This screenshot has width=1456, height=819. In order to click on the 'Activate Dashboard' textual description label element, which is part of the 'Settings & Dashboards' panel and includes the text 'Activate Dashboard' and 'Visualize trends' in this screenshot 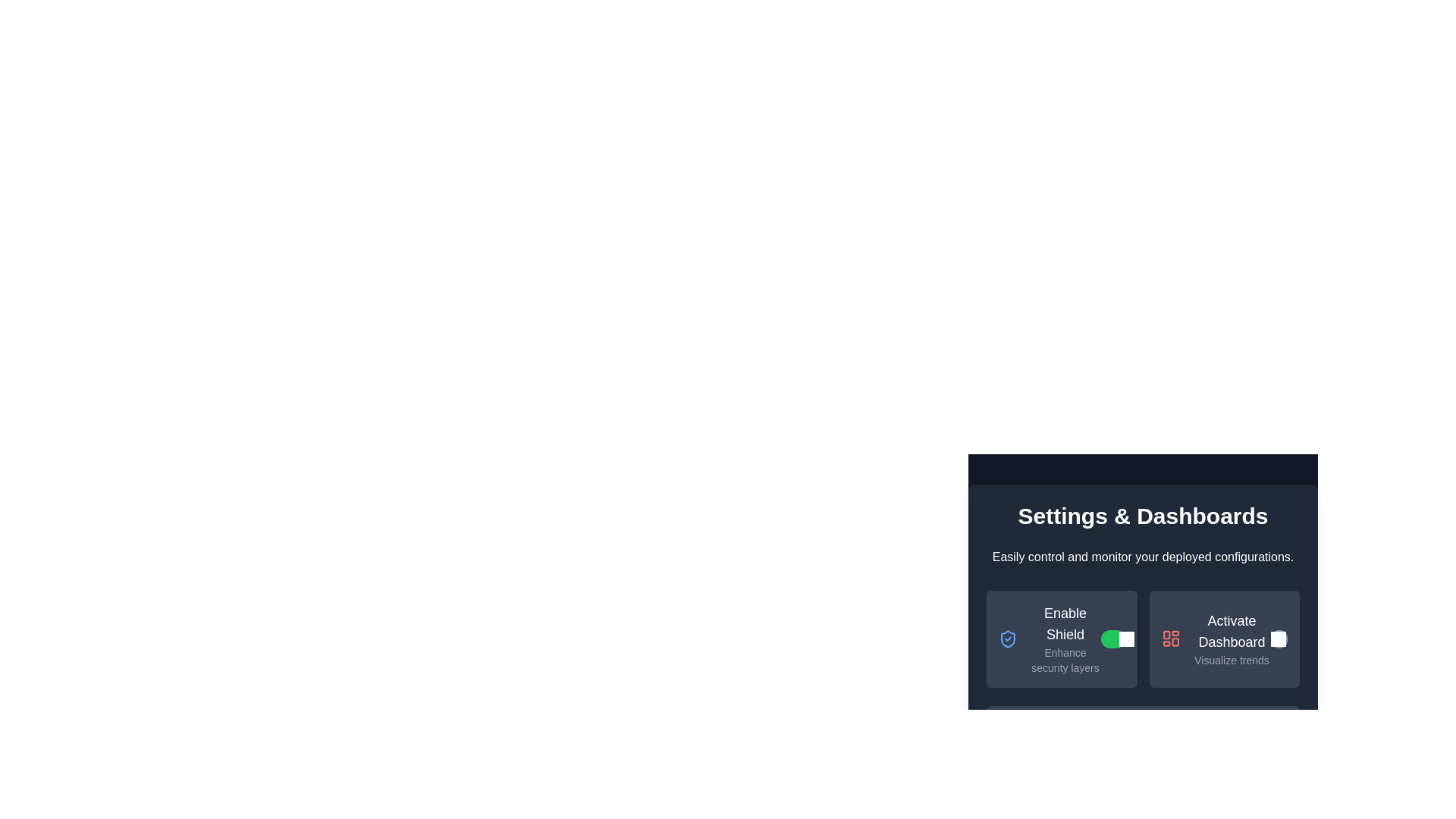, I will do `click(1232, 639)`.